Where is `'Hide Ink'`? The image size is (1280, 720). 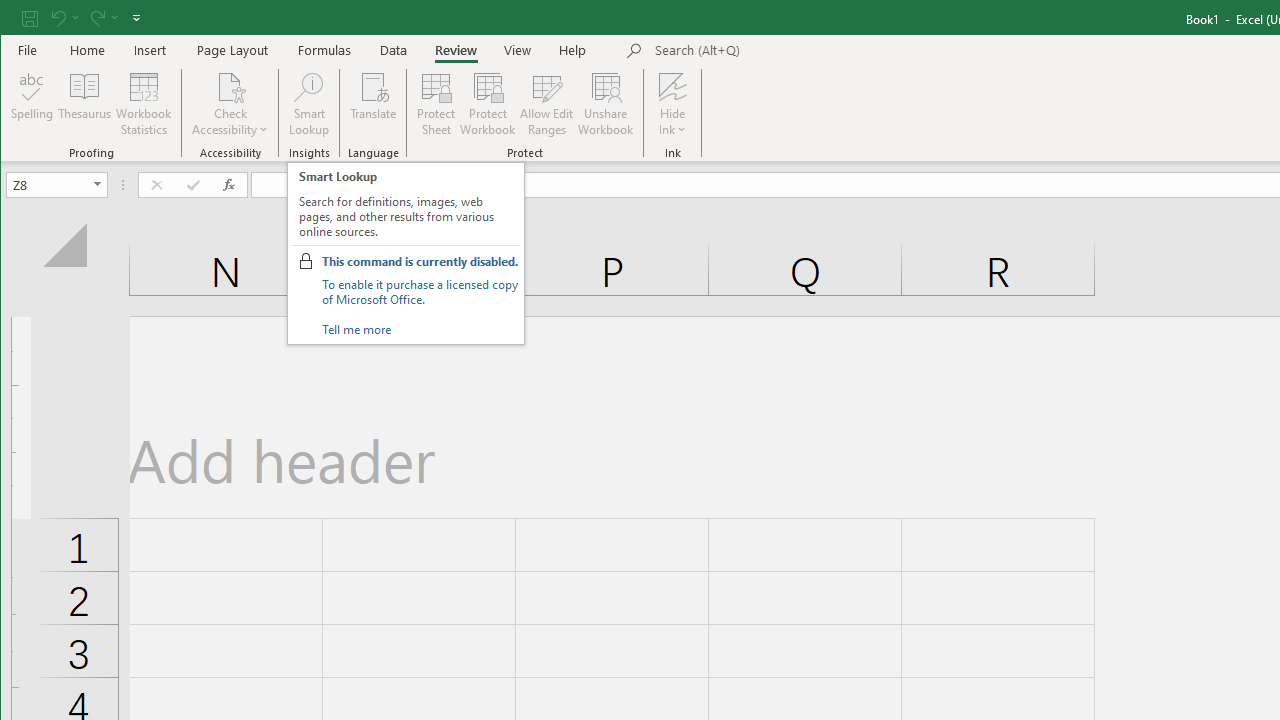 'Hide Ink' is located at coordinates (672, 85).